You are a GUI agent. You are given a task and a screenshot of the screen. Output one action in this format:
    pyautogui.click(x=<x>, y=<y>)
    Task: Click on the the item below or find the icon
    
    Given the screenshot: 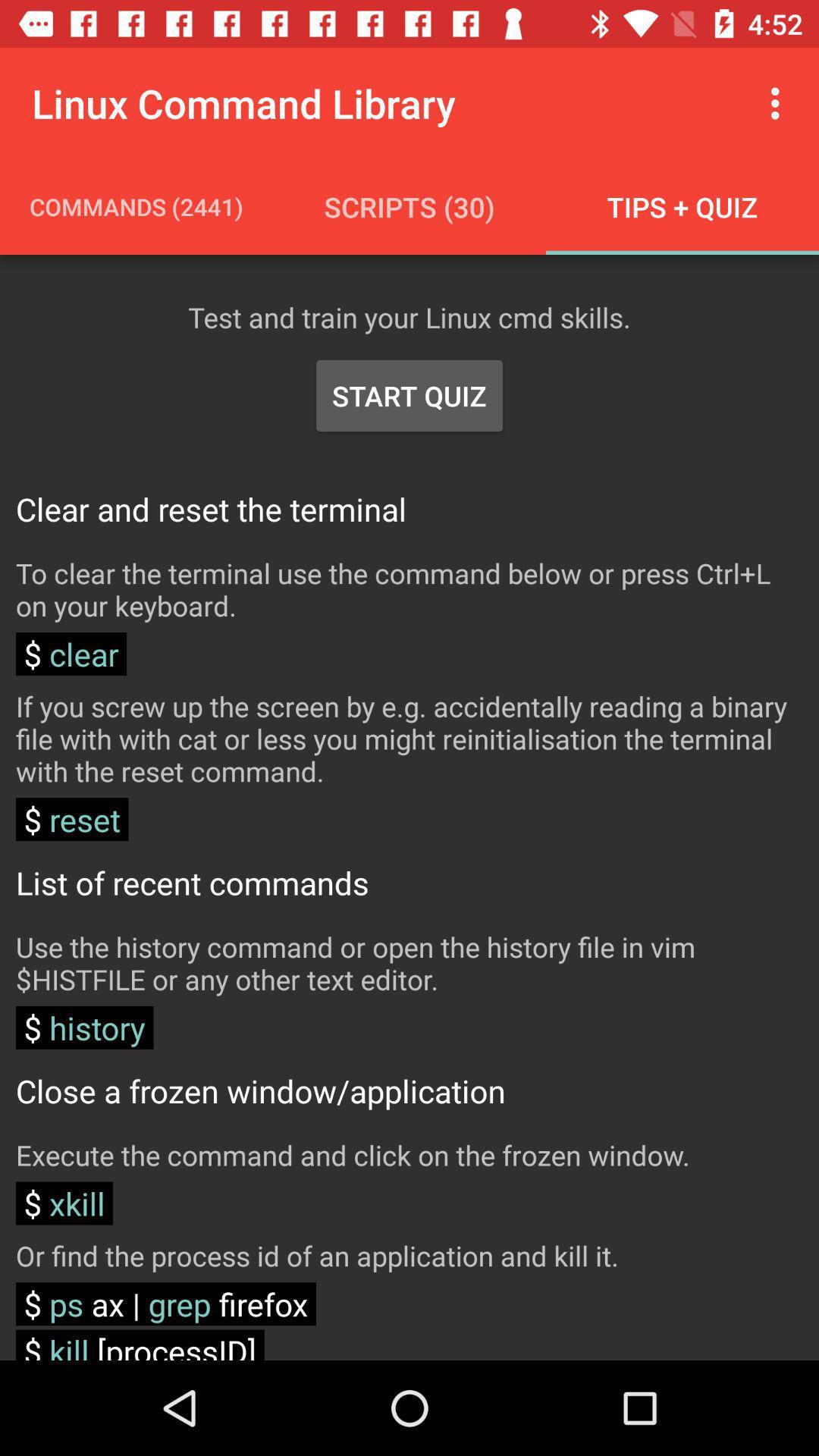 What is the action you would take?
    pyautogui.click(x=166, y=1303)
    